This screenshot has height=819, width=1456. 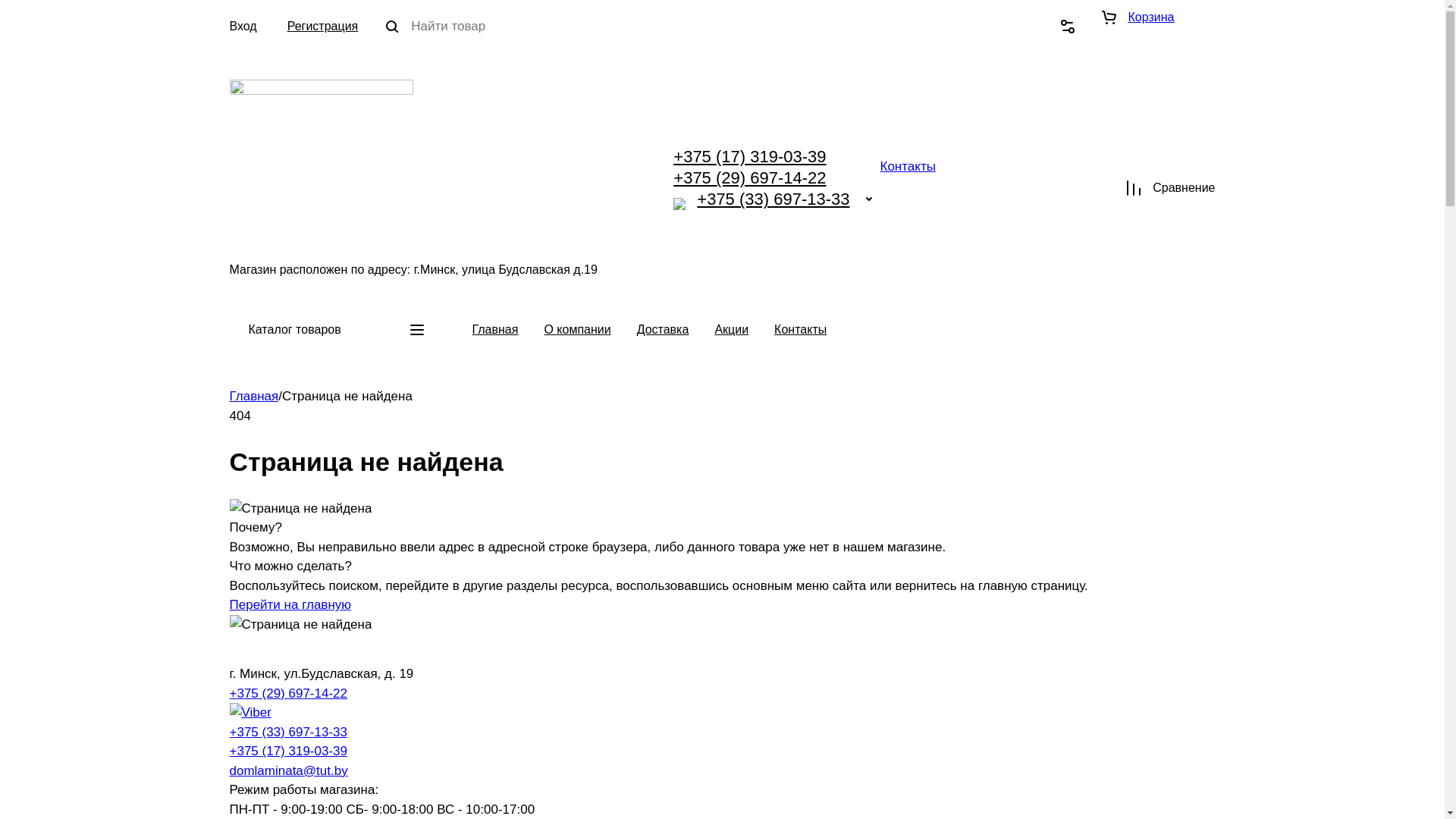 What do you see at coordinates (249, 713) in the screenshot?
I see `'Viber'` at bounding box center [249, 713].